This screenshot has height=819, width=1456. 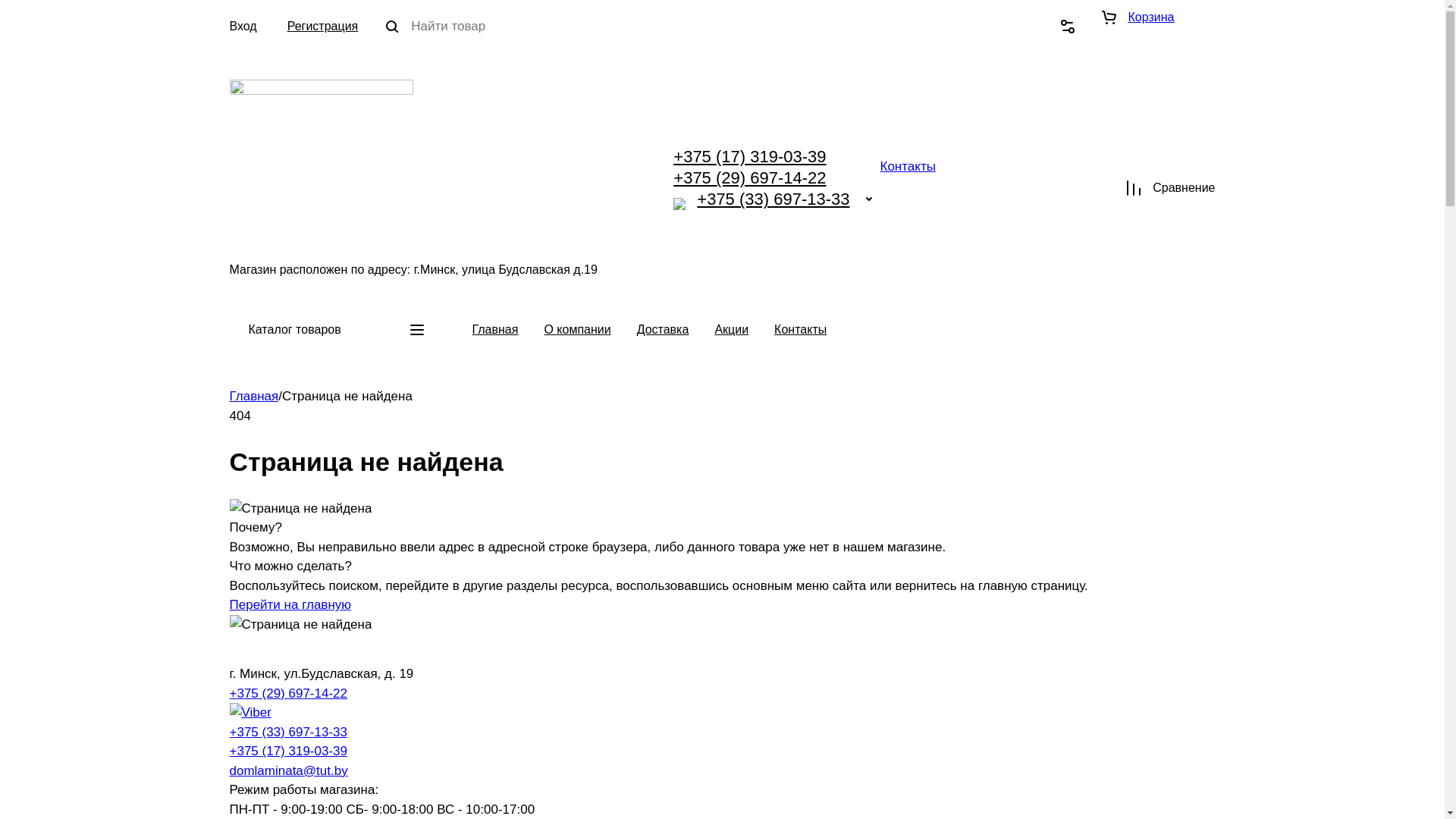 What do you see at coordinates (249, 713) in the screenshot?
I see `'Viber'` at bounding box center [249, 713].